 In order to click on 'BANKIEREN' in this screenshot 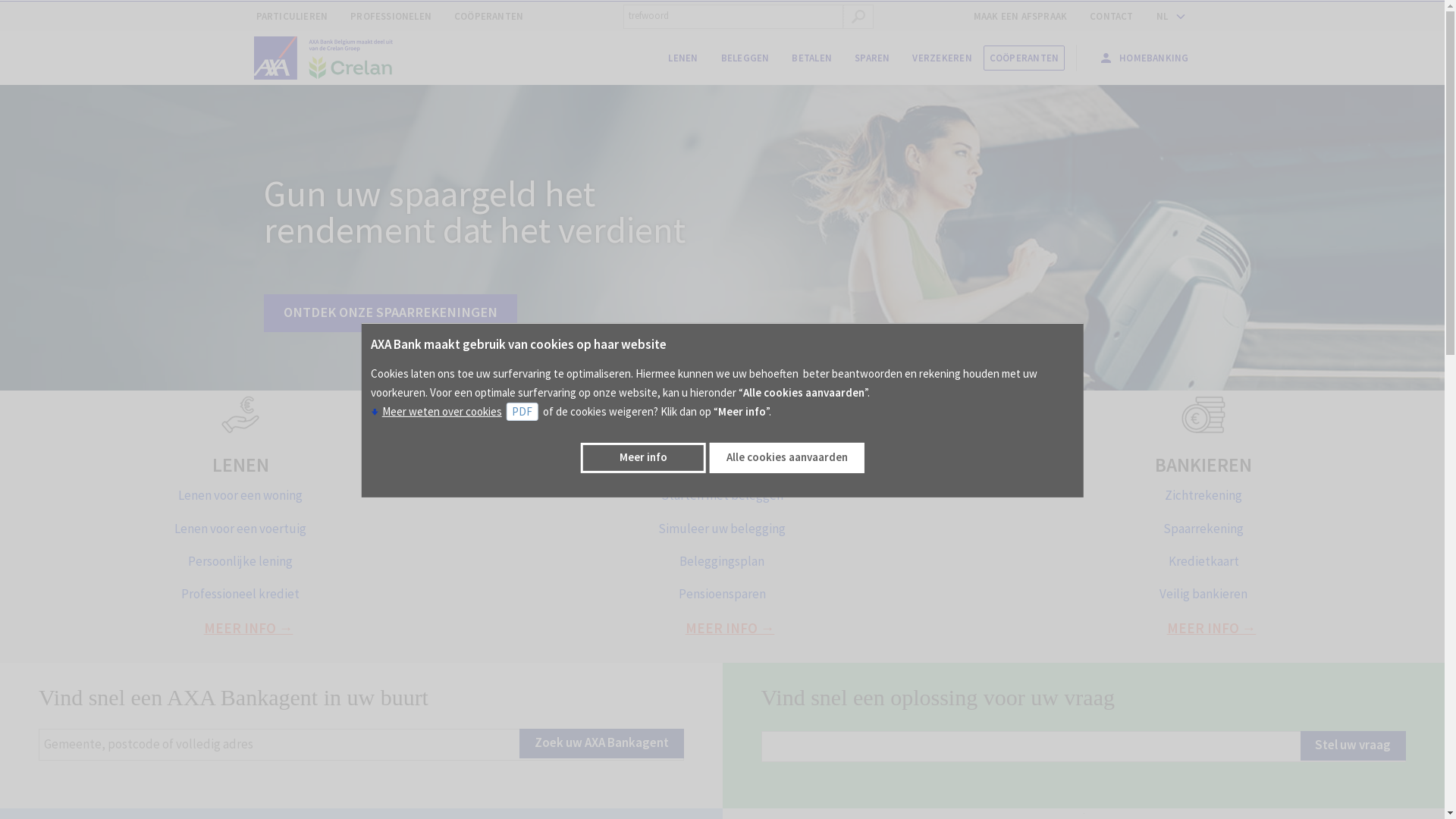, I will do `click(1203, 464)`.